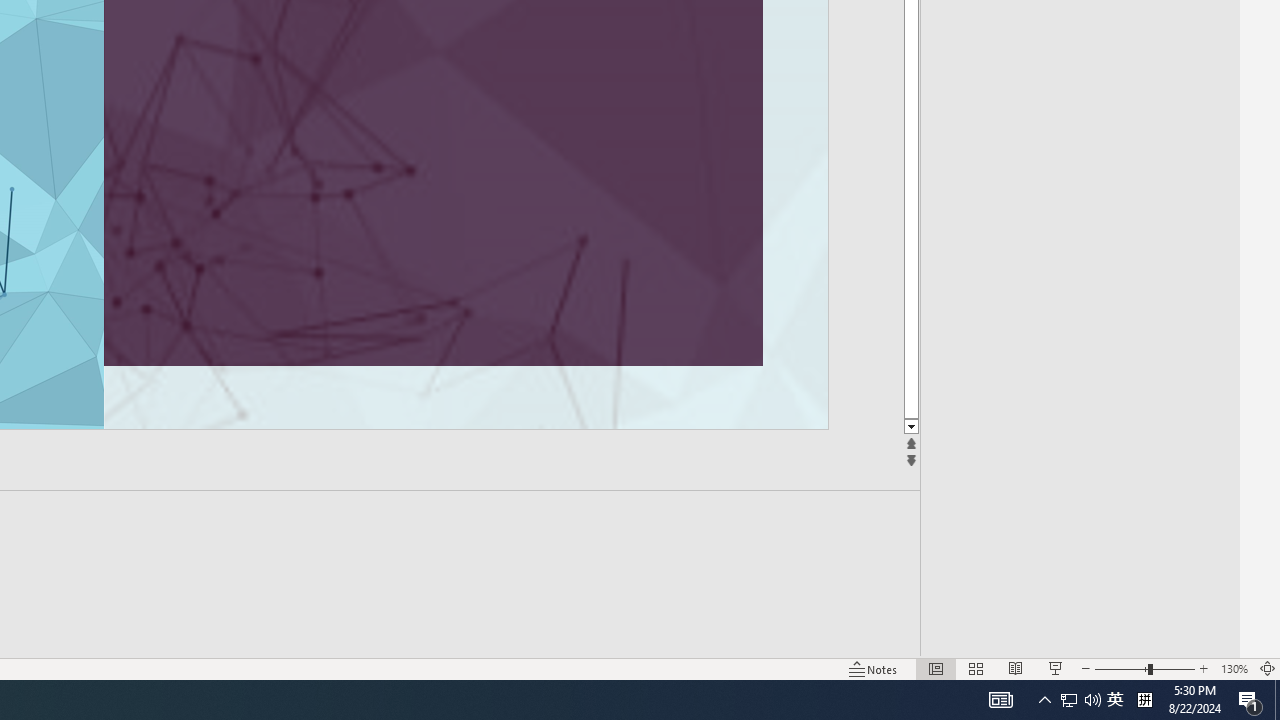 The image size is (1280, 720). What do you see at coordinates (976, 669) in the screenshot?
I see `'Slide Sorter'` at bounding box center [976, 669].